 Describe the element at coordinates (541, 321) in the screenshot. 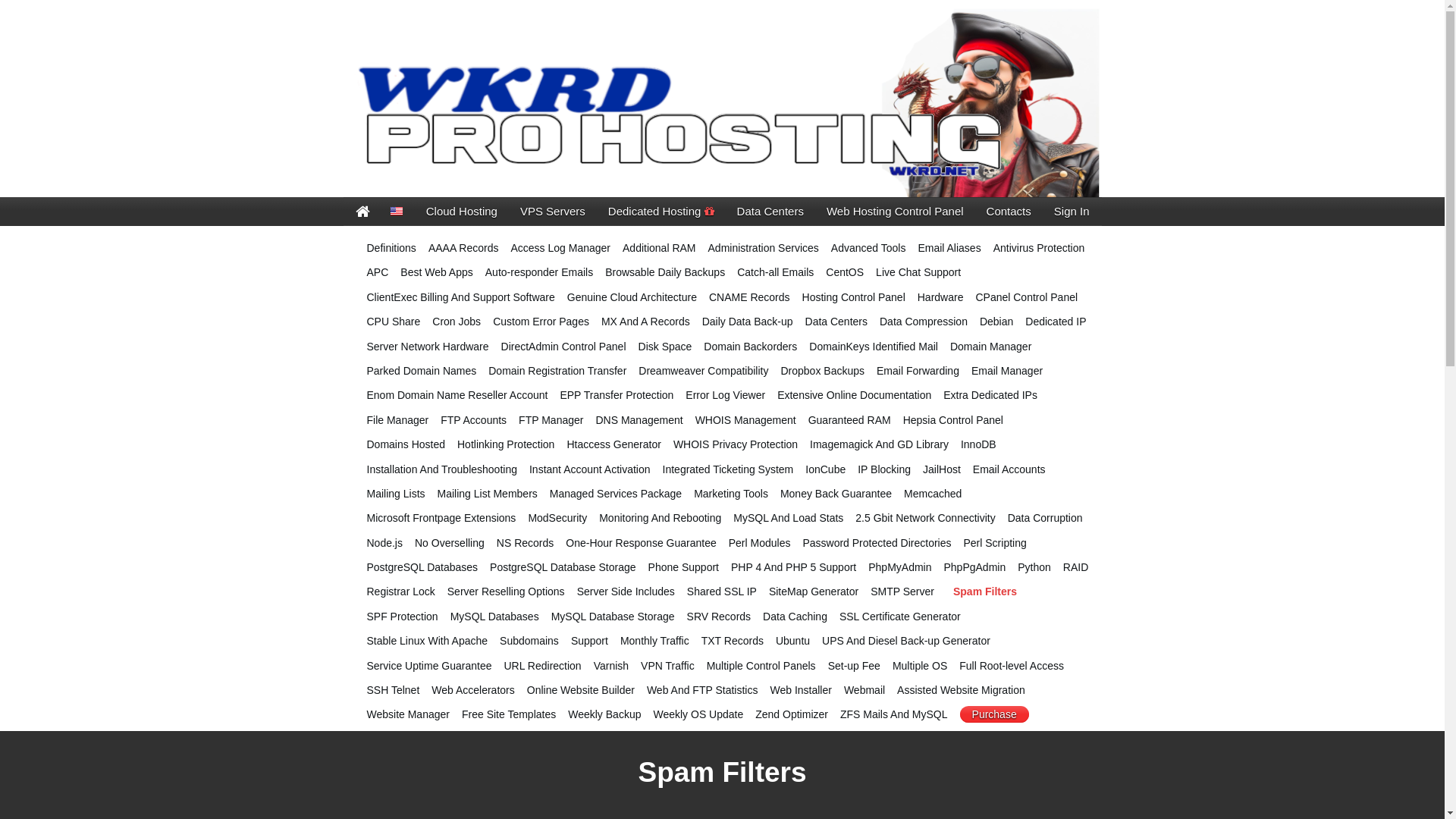

I see `'Custom Error Pages'` at that location.